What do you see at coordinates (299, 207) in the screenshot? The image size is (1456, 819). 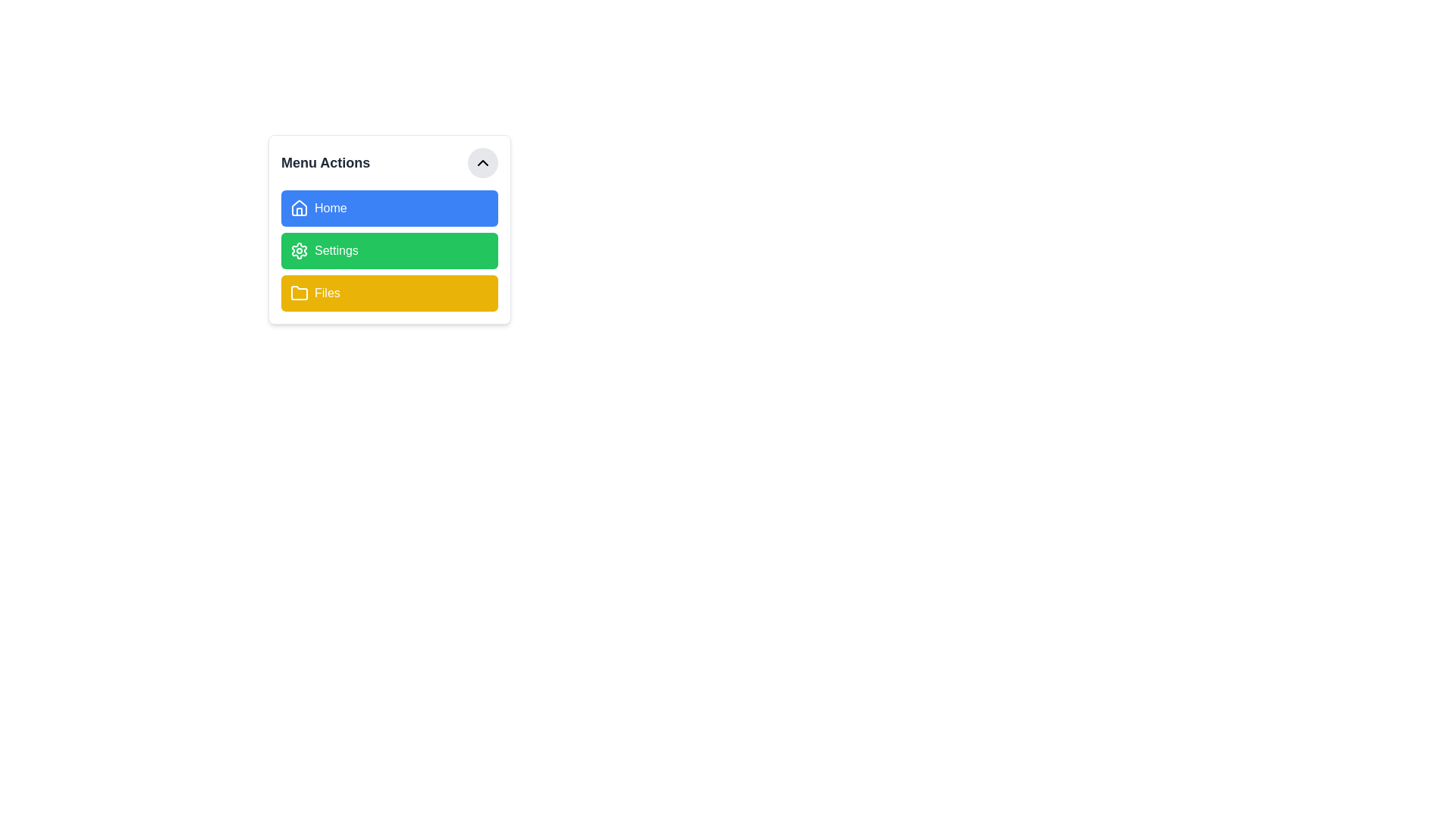 I see `the house icon located beside the 'Home' button in the 'Menu Actions' list, which has a blue background and white lines forming the house structure` at bounding box center [299, 207].